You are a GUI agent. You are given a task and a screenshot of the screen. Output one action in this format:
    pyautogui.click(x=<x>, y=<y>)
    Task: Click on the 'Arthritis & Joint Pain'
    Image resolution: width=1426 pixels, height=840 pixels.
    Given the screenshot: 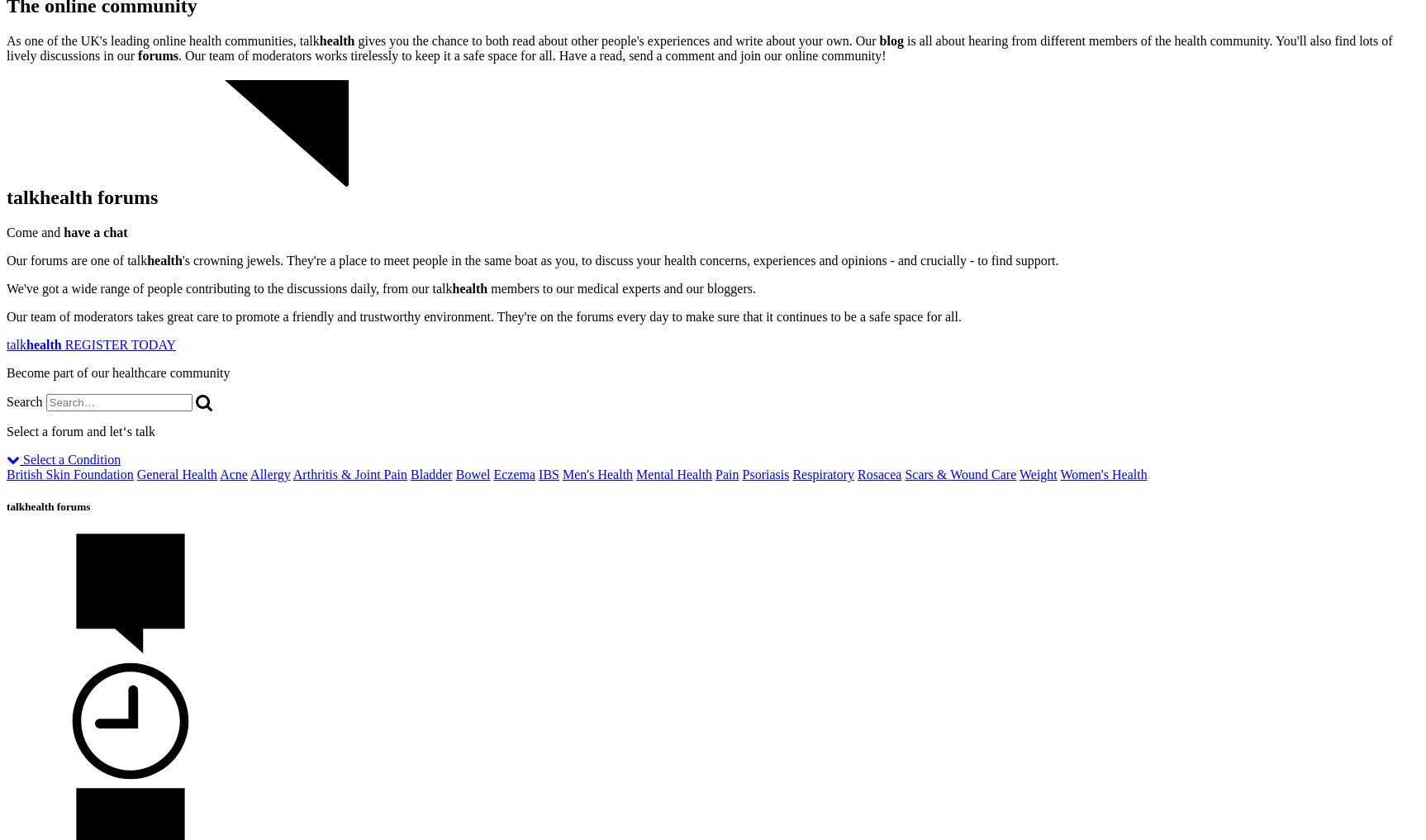 What is the action you would take?
    pyautogui.click(x=349, y=473)
    